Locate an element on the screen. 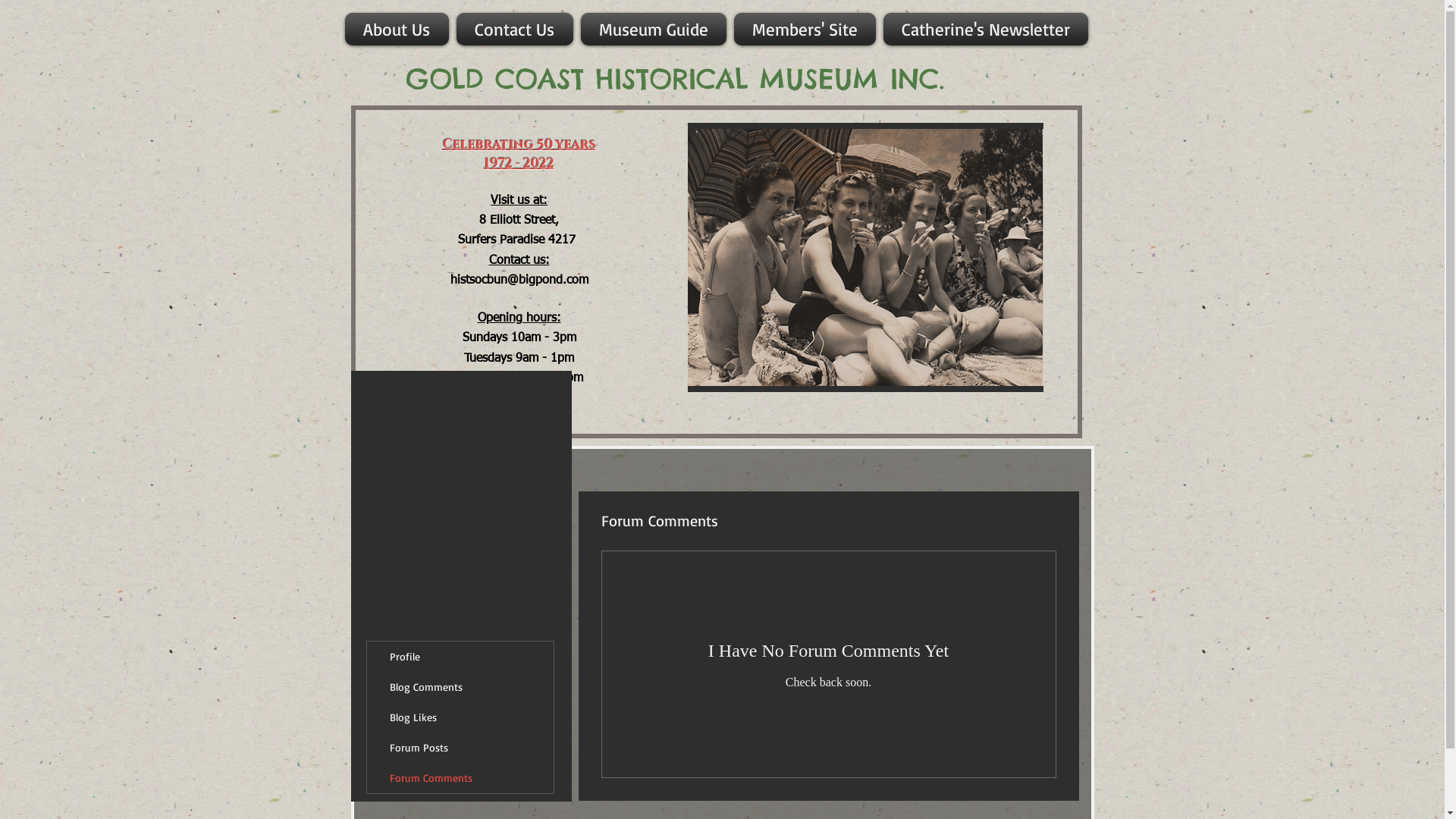 This screenshot has height=819, width=1456. 'Catherine's Newsletter' is located at coordinates (984, 29).